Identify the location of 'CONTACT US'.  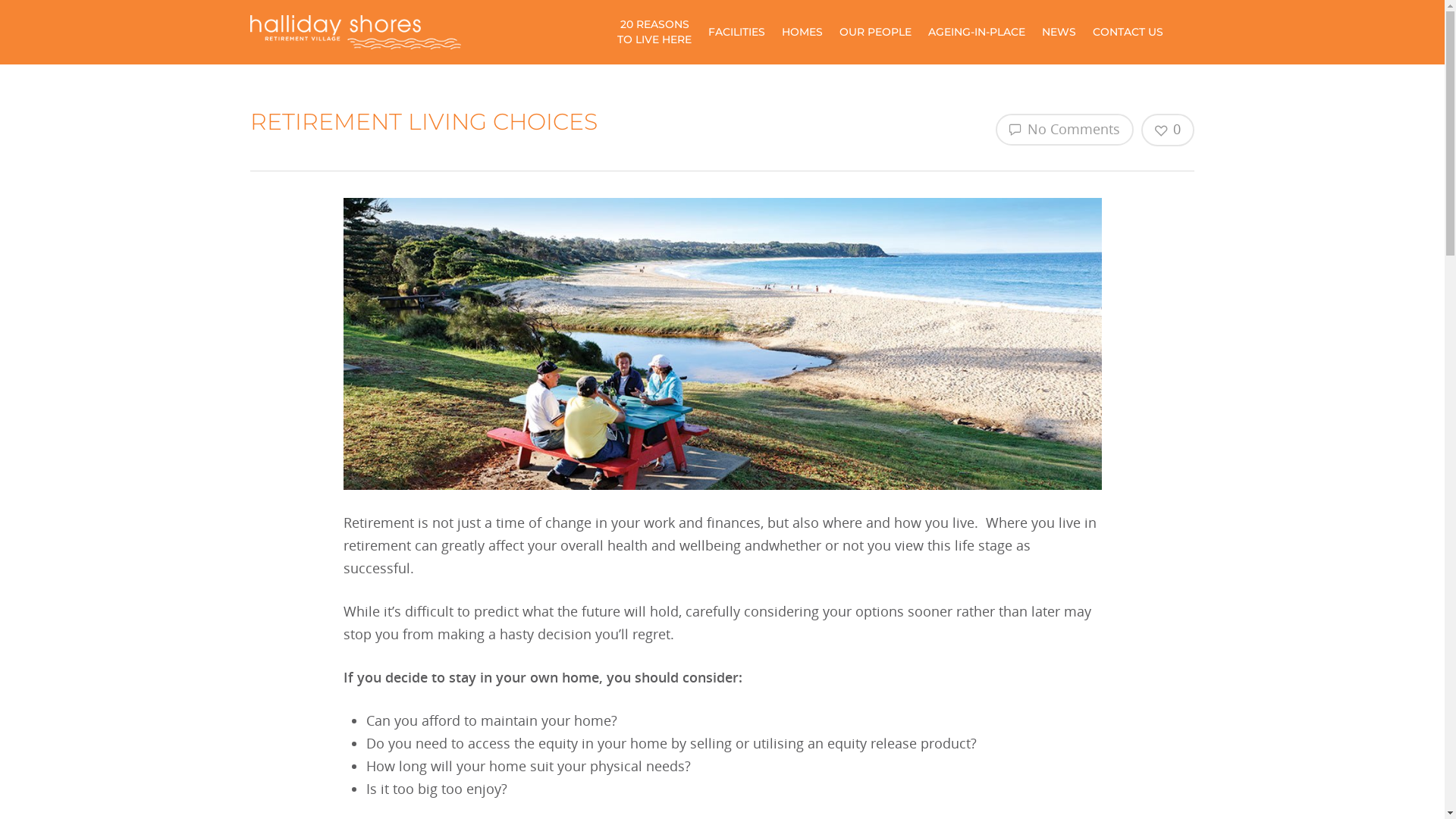
(1128, 32).